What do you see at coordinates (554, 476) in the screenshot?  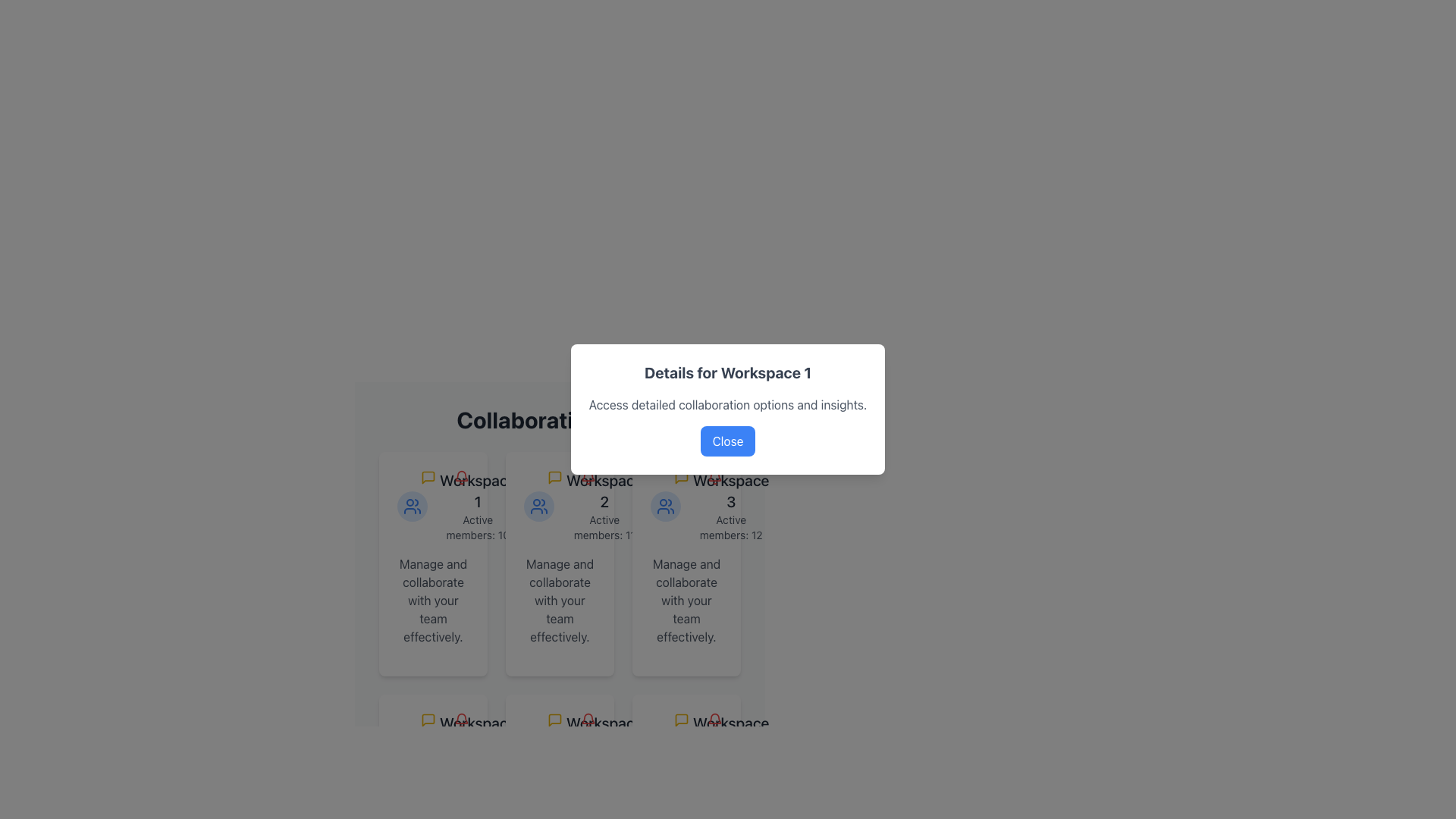 I see `the communication icon located in the first workspace card of the top row` at bounding box center [554, 476].